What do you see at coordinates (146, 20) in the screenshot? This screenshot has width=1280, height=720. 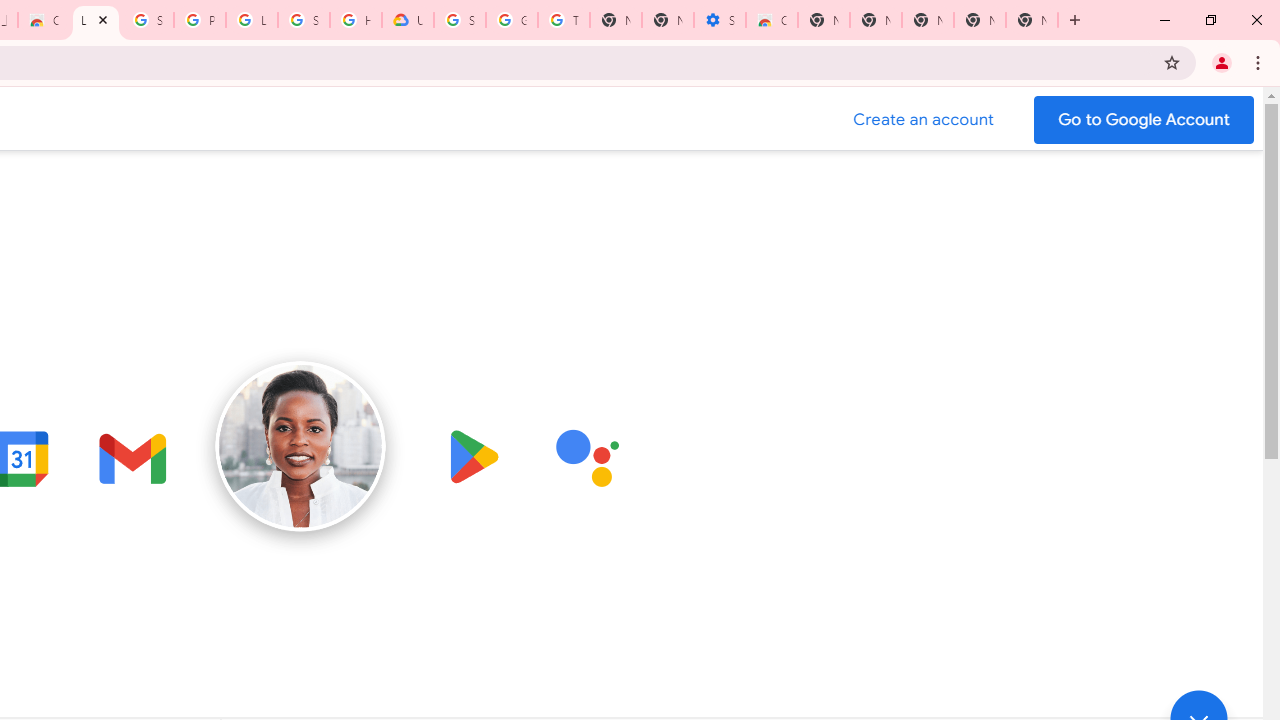 I see `'Sign in - Google Accounts'` at bounding box center [146, 20].